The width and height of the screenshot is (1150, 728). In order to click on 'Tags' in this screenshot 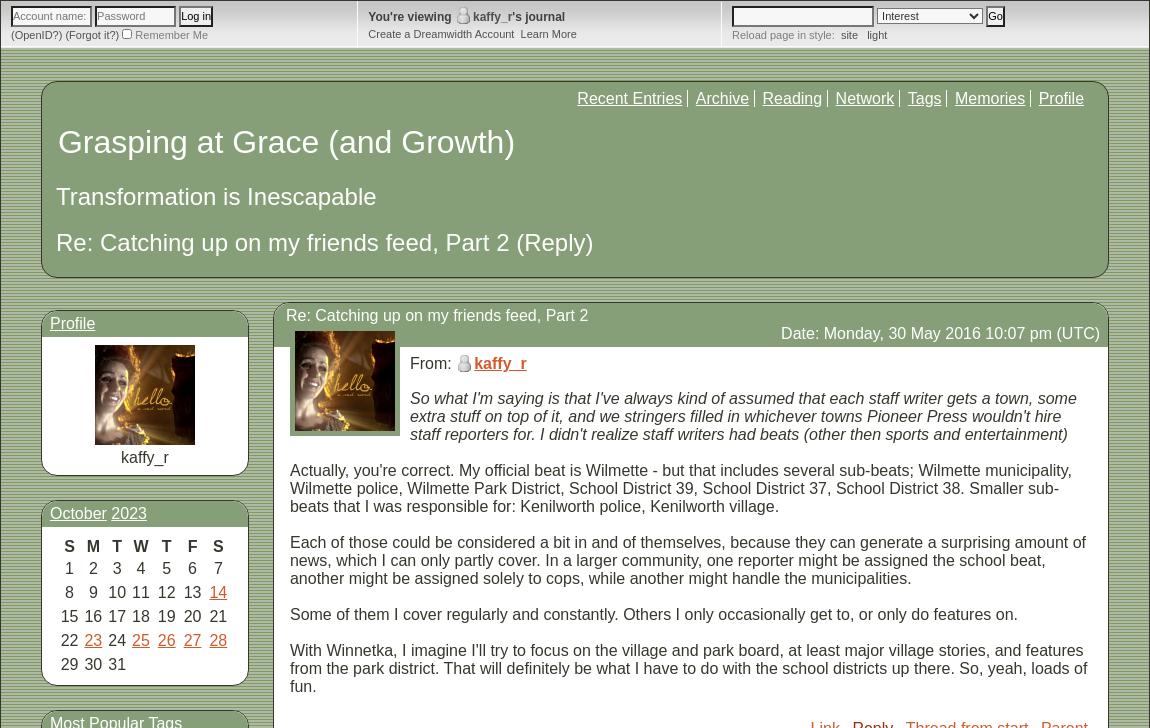, I will do `click(924, 98)`.